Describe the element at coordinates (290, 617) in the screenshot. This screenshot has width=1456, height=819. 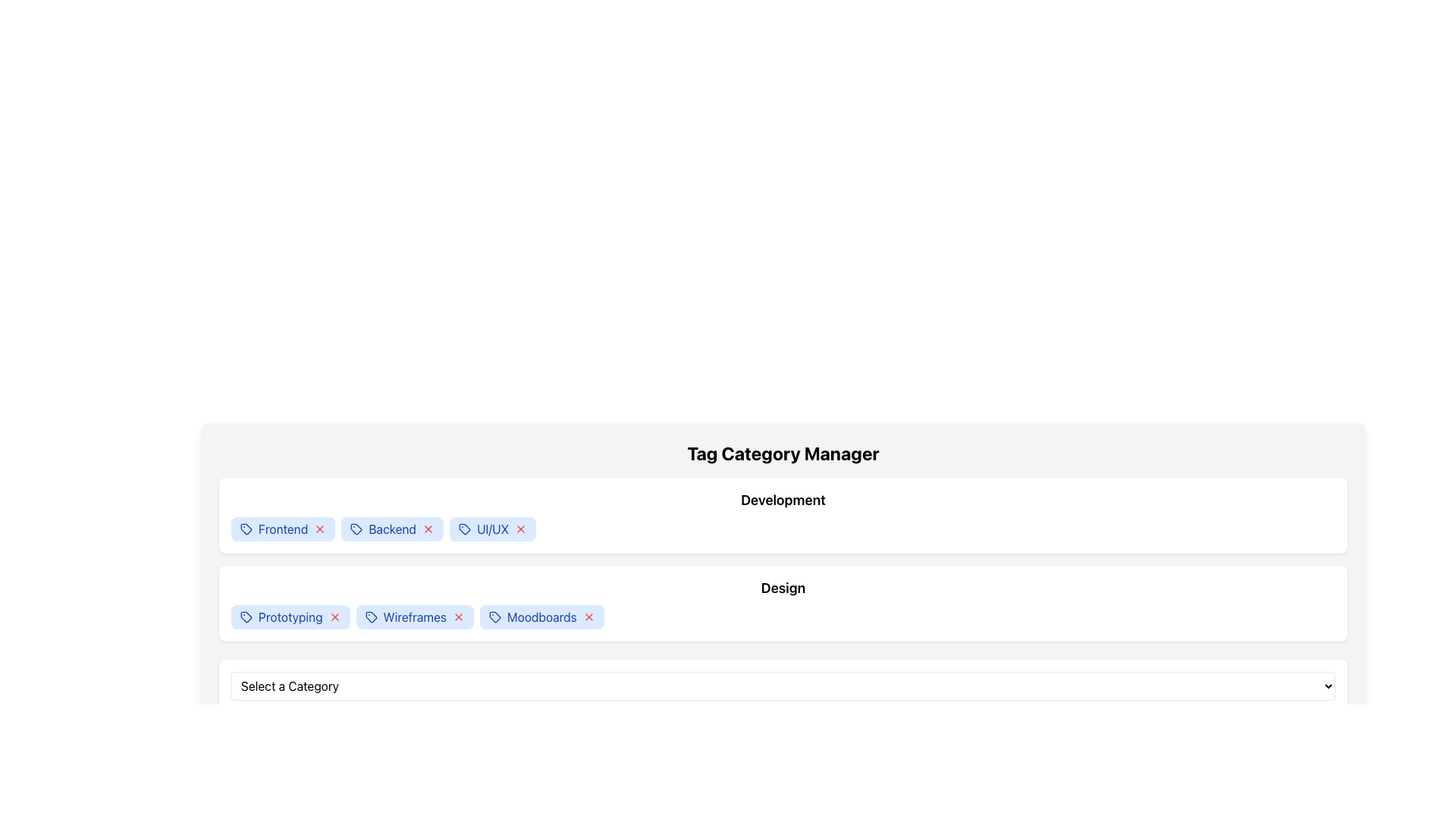
I see `the static text element labeled 'Prototyping'` at that location.